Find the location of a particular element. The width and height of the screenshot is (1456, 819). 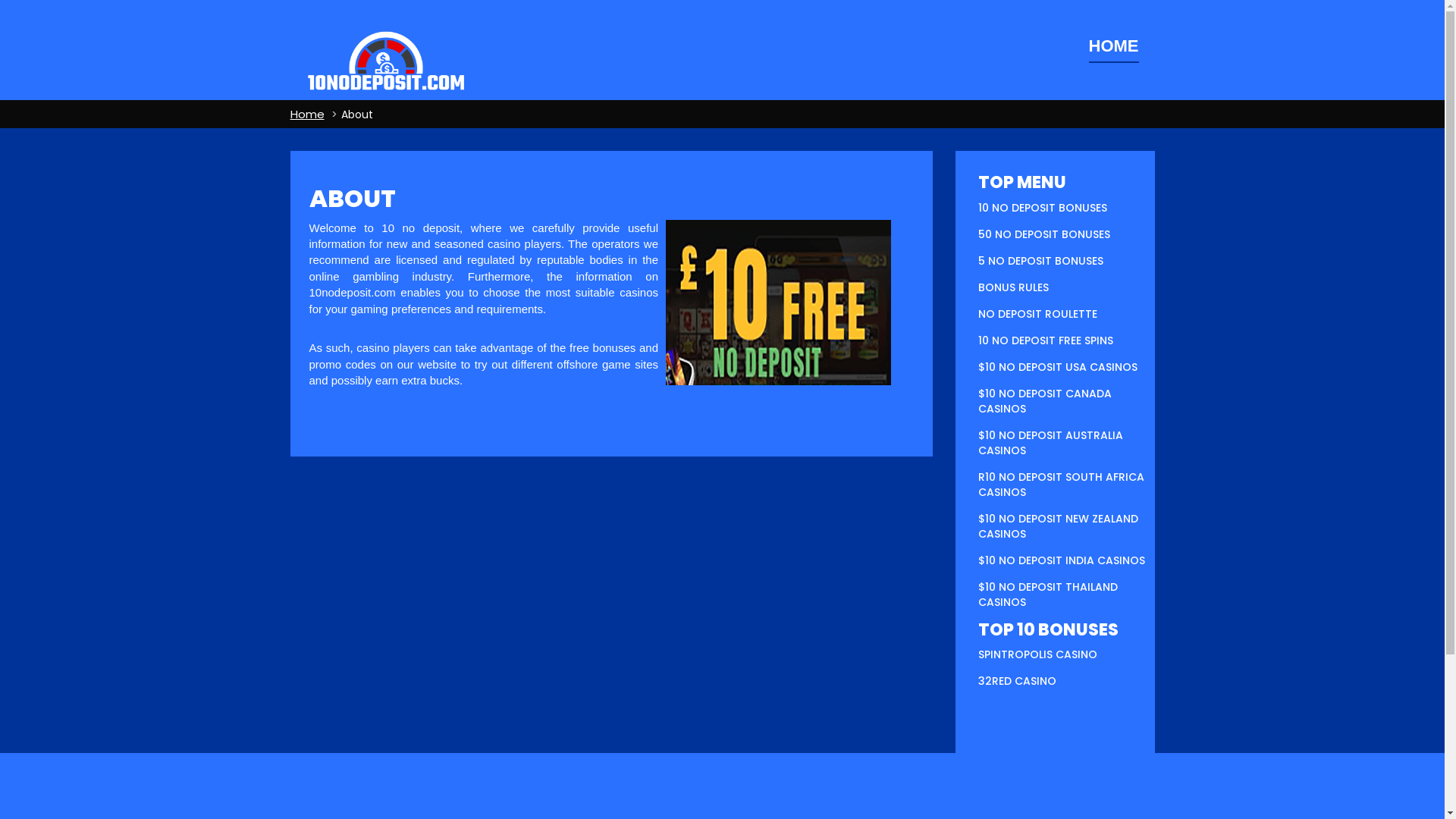

'10 NO DEPOSIT BONUSES' is located at coordinates (1041, 207).